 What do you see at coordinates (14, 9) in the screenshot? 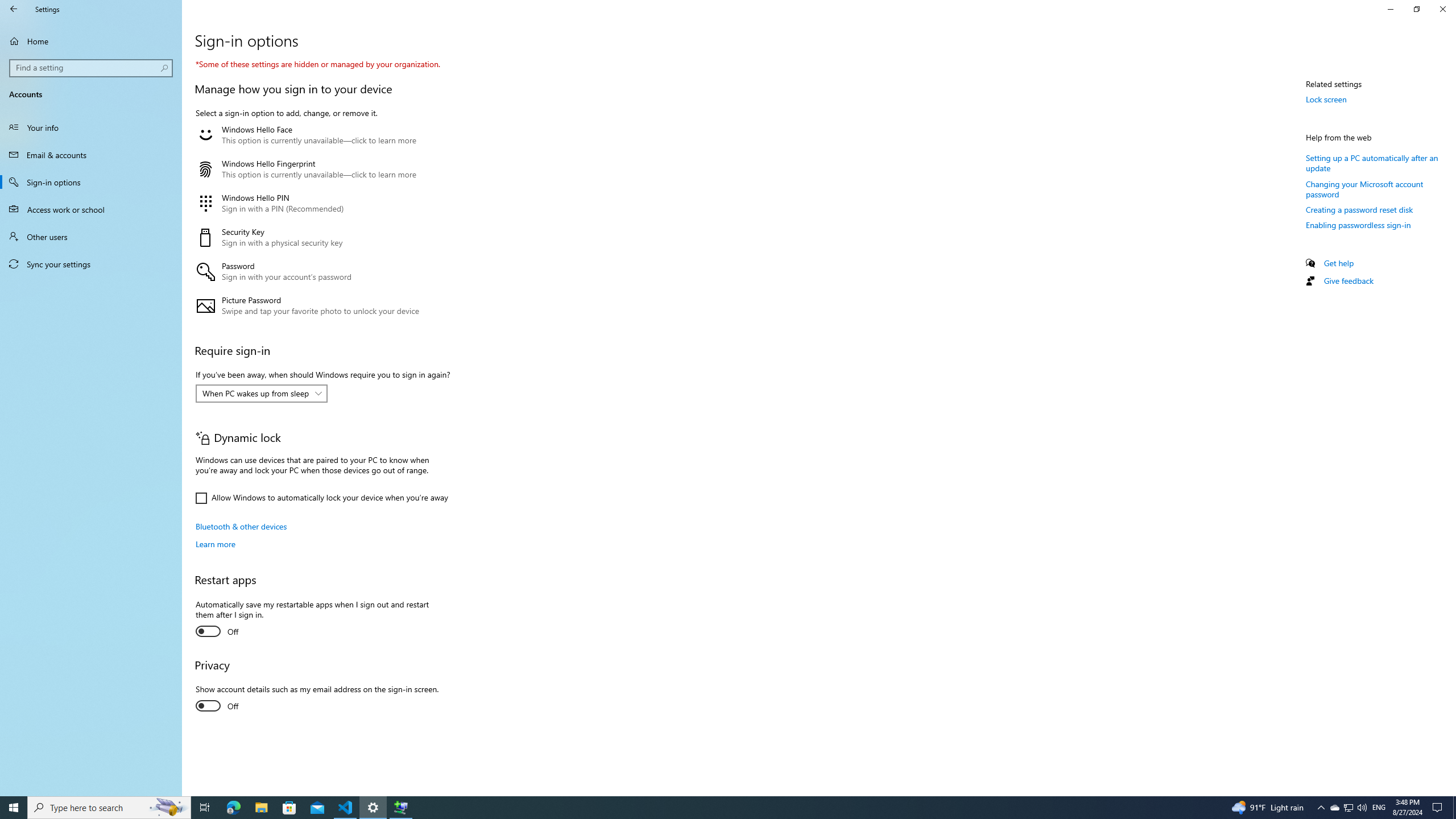
I see `'Back'` at bounding box center [14, 9].